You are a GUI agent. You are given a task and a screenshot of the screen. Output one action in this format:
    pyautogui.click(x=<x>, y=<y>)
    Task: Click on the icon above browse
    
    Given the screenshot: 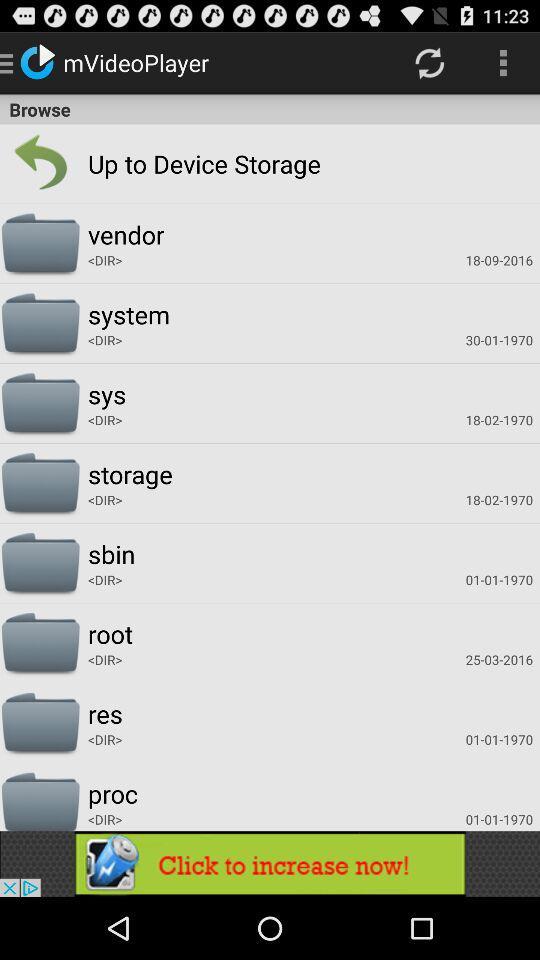 What is the action you would take?
    pyautogui.click(x=502, y=62)
    